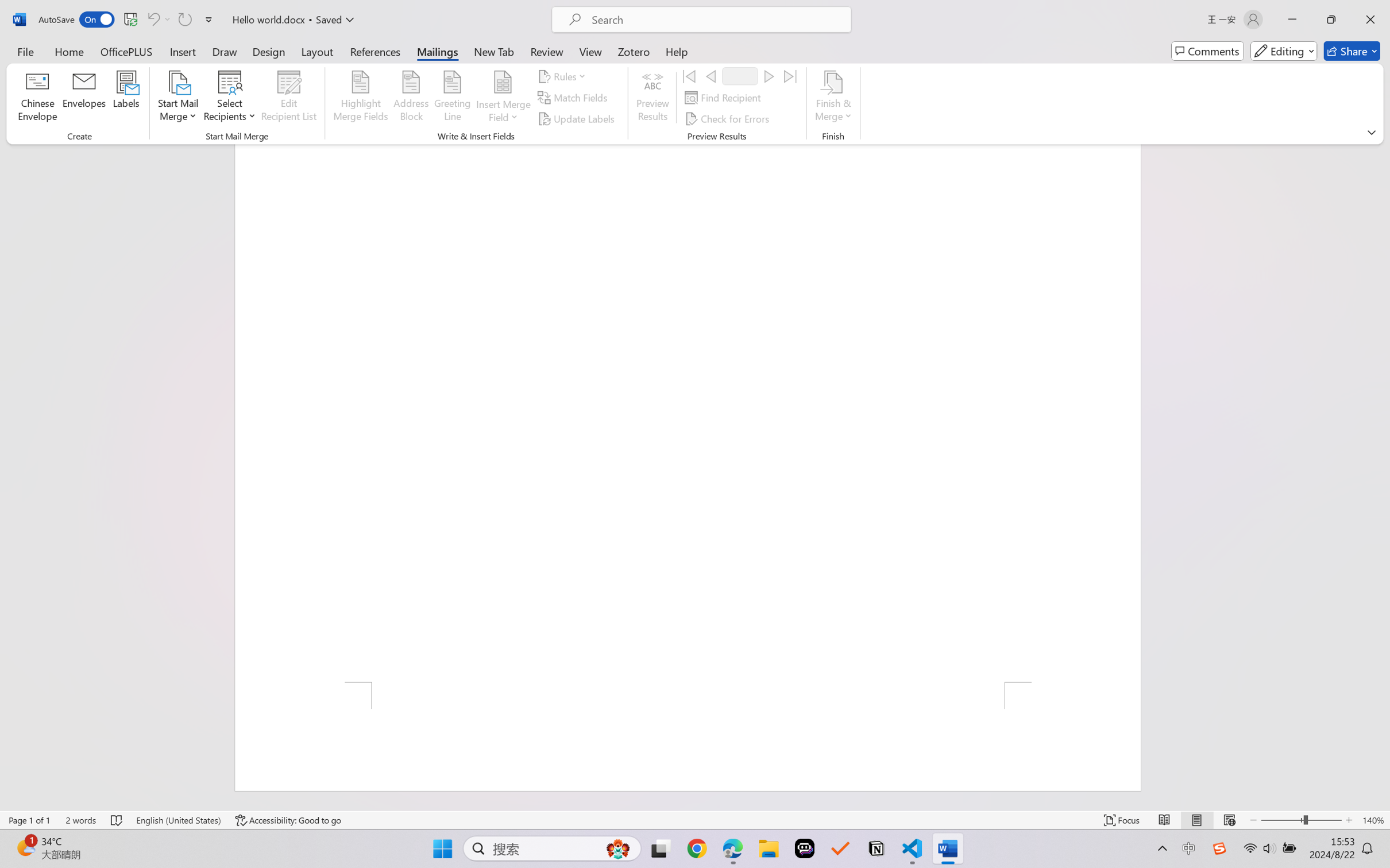  I want to click on 'Accessibility Checker Accessibility: Good to go', so click(288, 820).